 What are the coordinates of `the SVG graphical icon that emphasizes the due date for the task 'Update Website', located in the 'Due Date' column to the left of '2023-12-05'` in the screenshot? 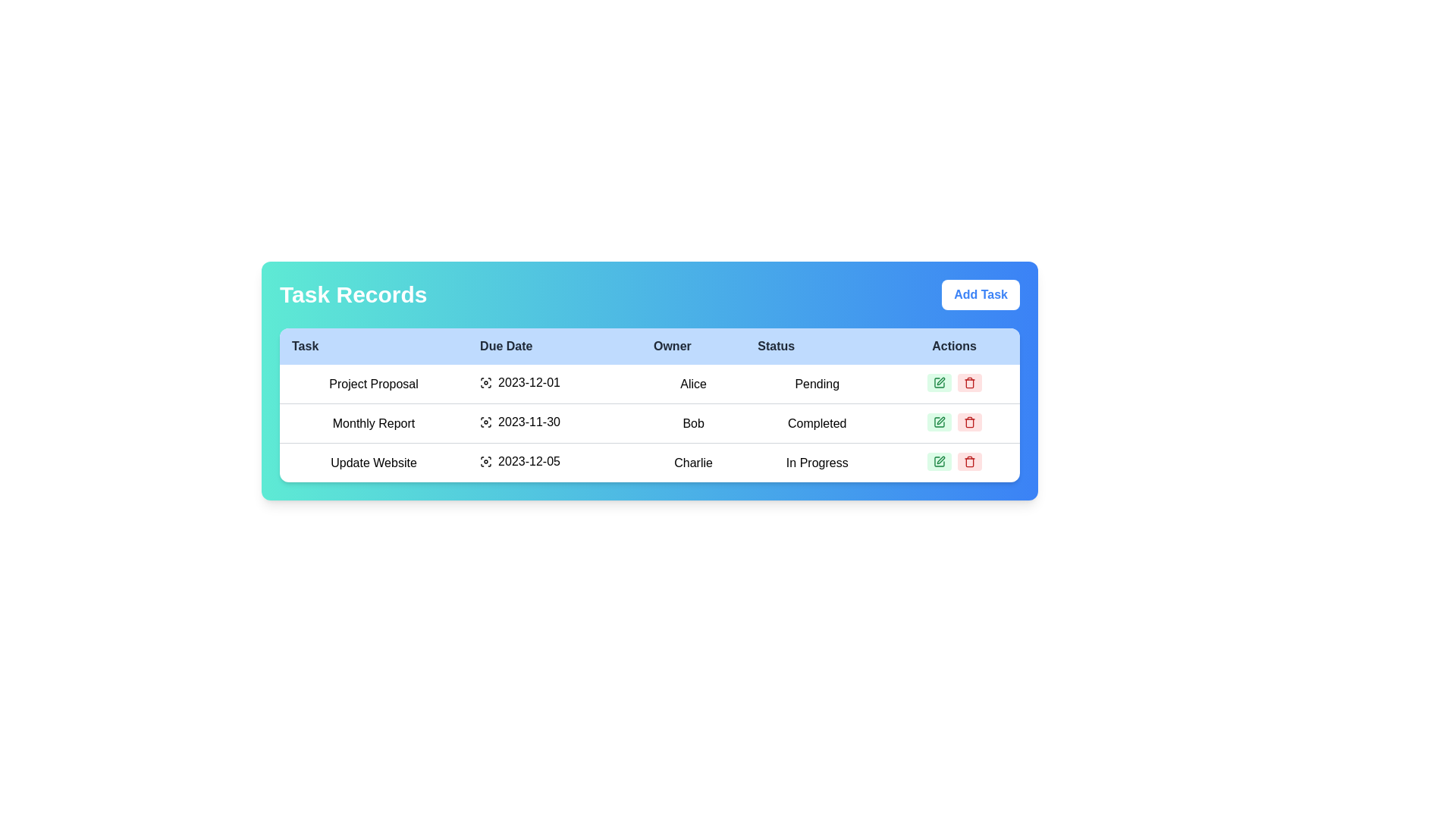 It's located at (486, 461).